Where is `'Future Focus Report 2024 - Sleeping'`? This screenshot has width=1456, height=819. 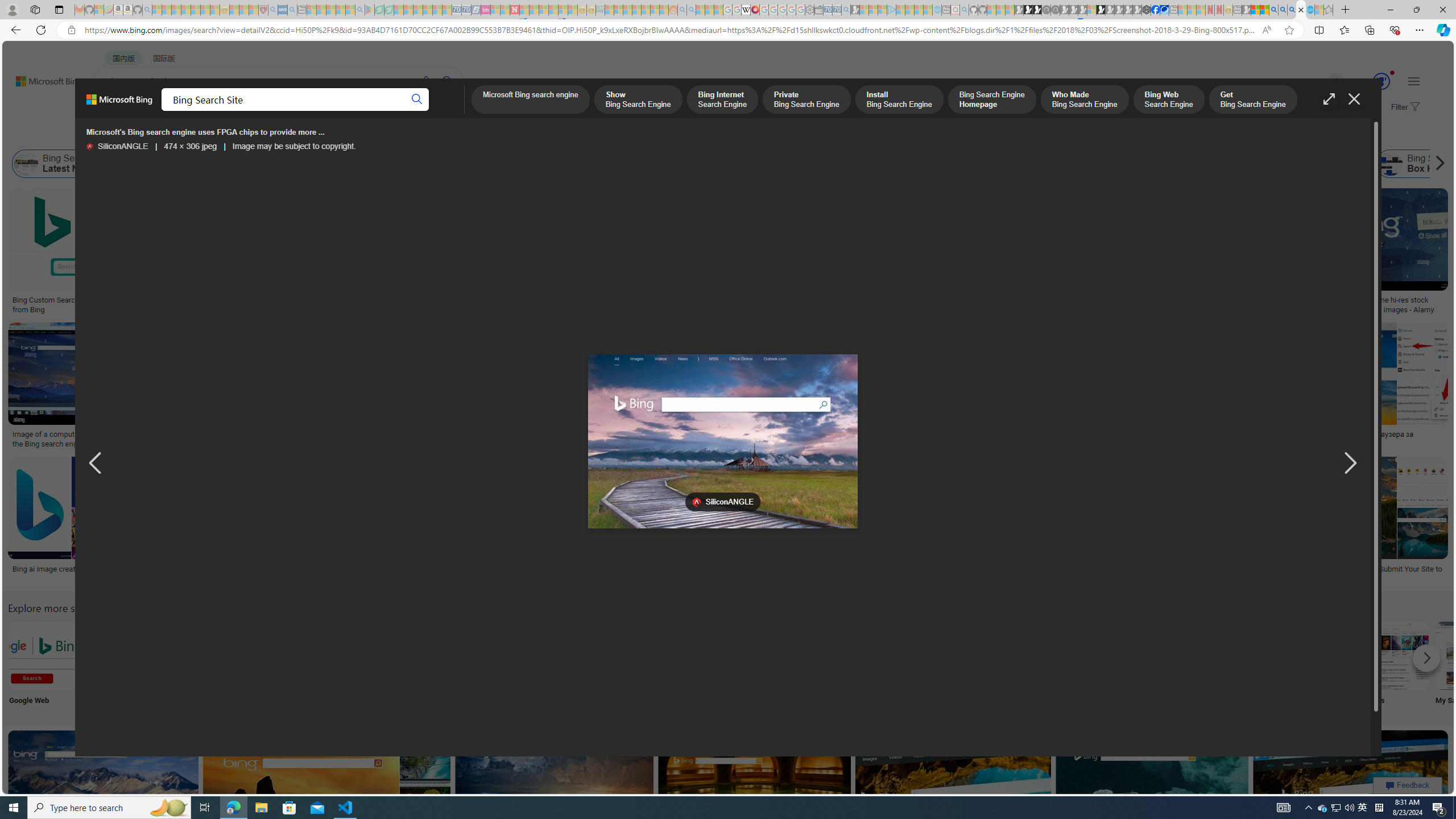 'Future Focus Report 2024 - Sleeping' is located at coordinates (1054, 9).